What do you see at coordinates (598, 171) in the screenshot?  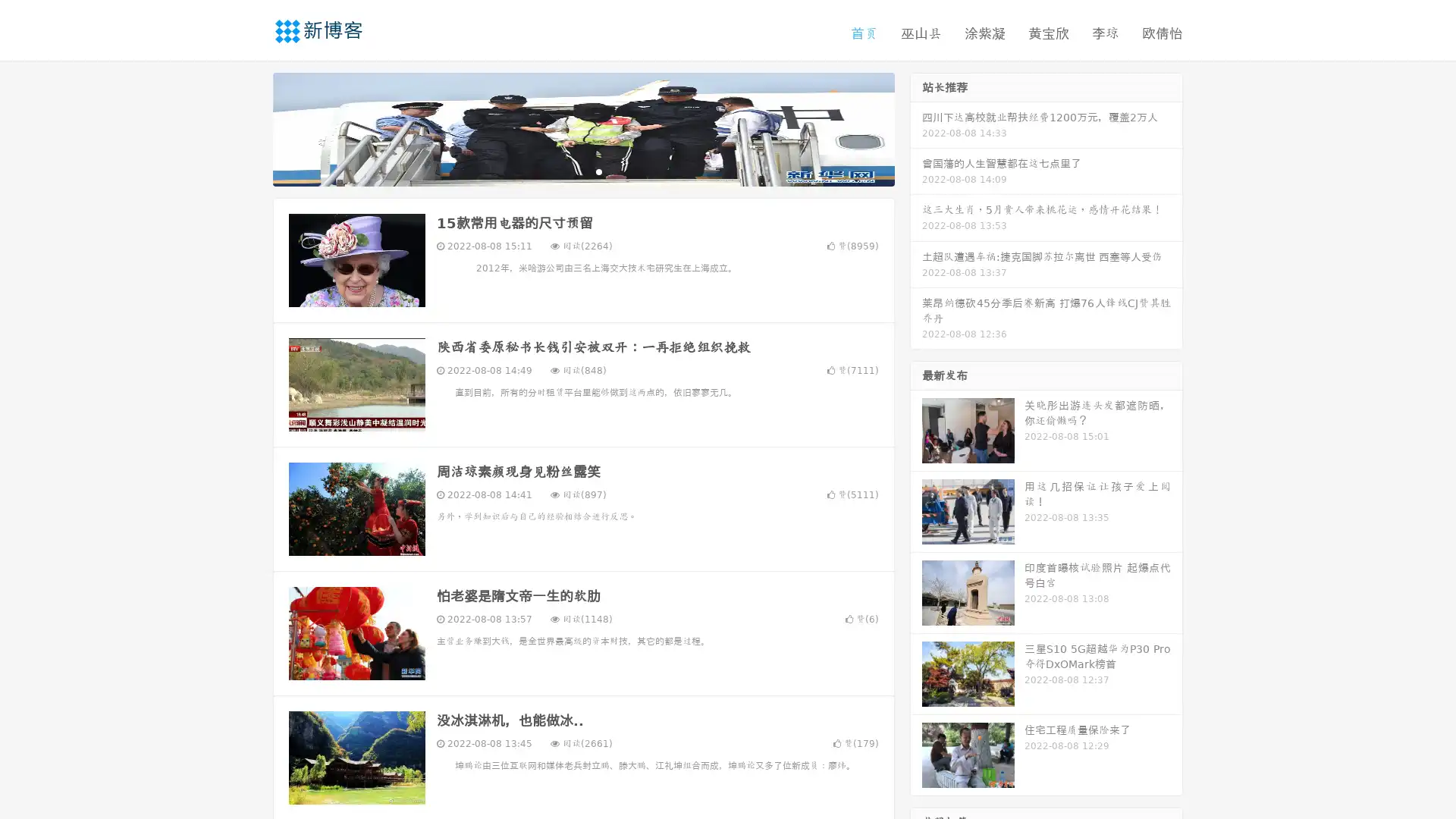 I see `Go to slide 3` at bounding box center [598, 171].